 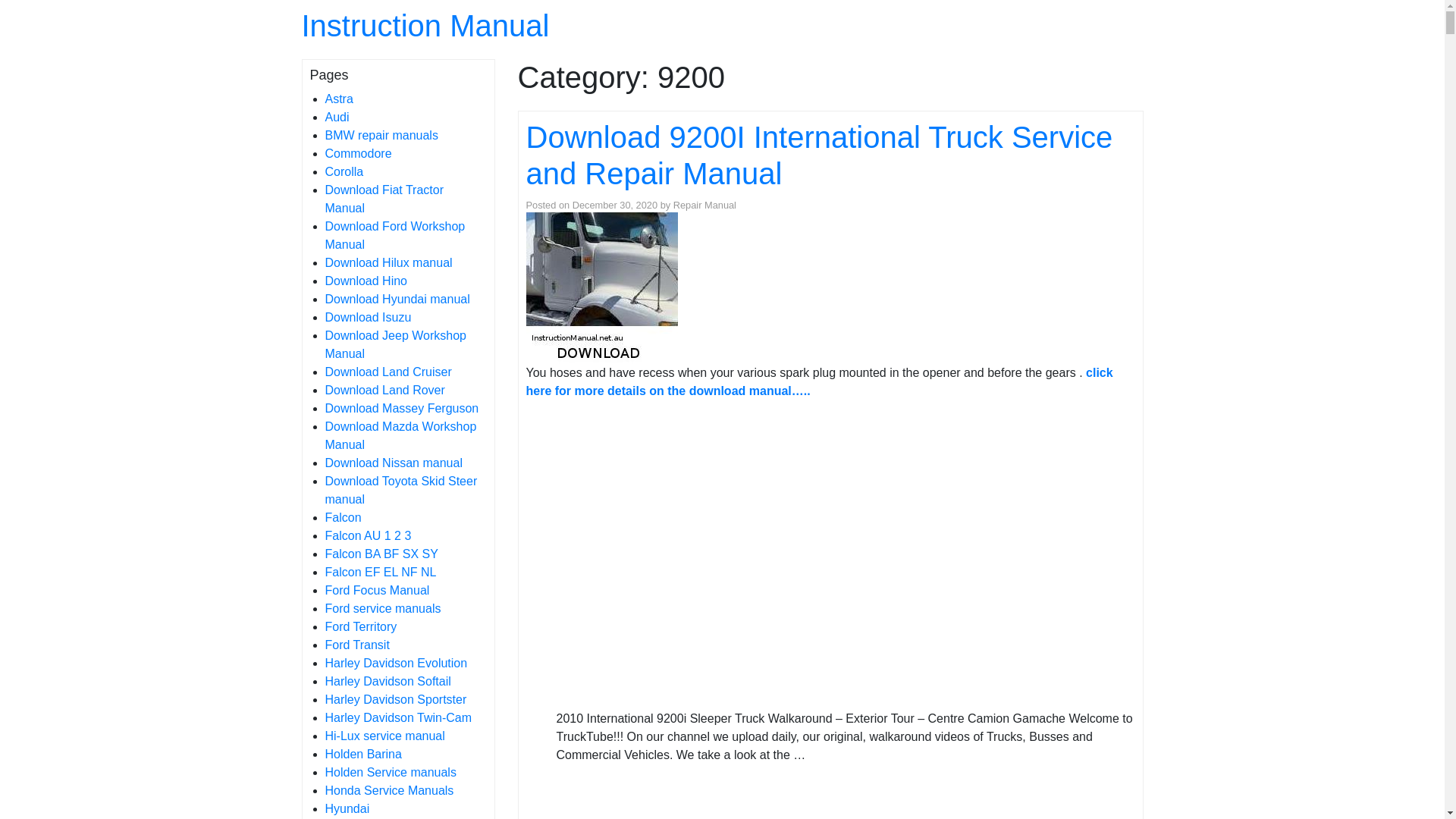 What do you see at coordinates (704, 205) in the screenshot?
I see `'Repair Manual'` at bounding box center [704, 205].